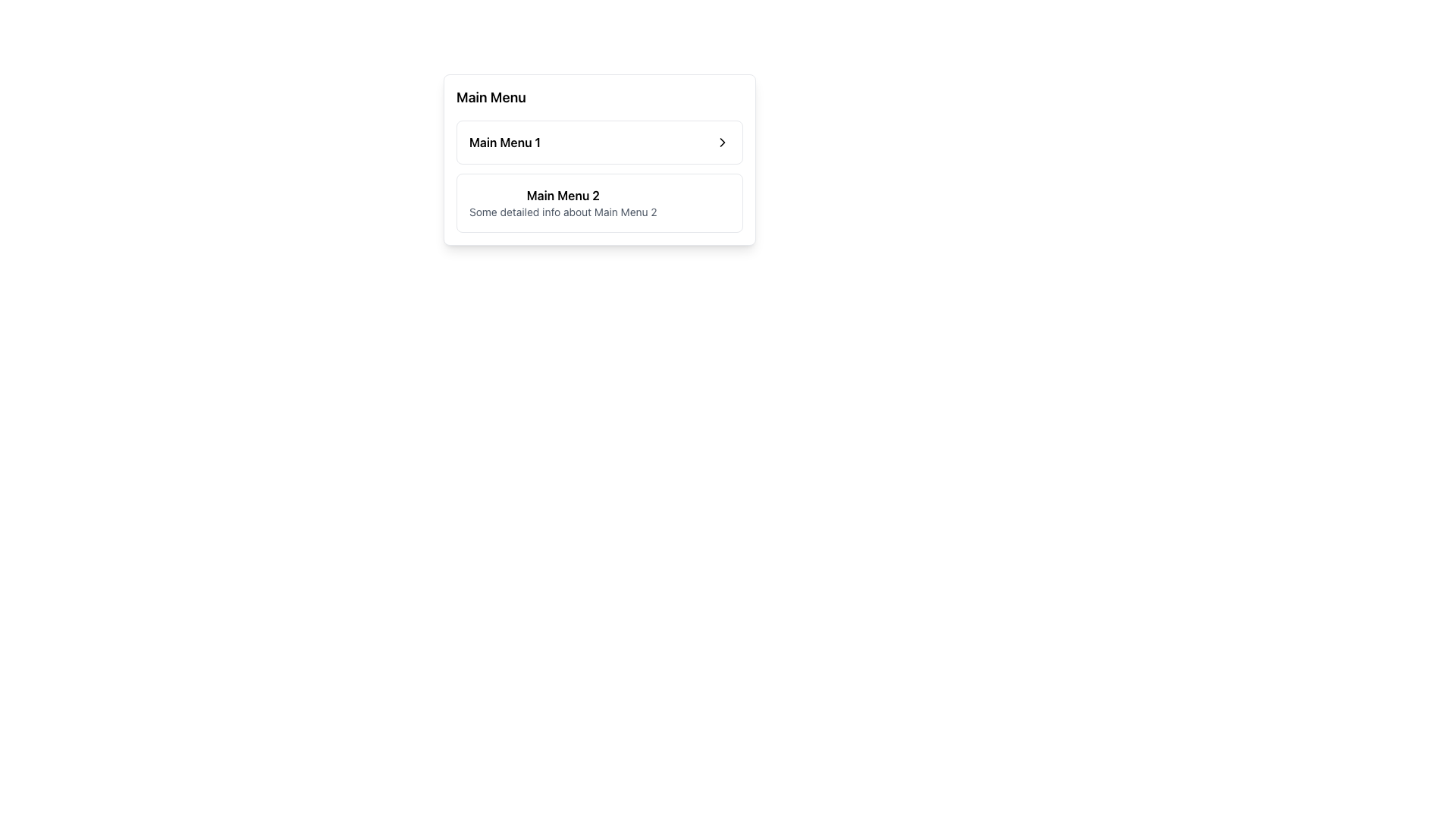 The height and width of the screenshot is (819, 1456). Describe the element at coordinates (562, 195) in the screenshot. I see `the text label displaying 'Main Menu 2', which is a bold, larger font title located in the second menu item under 'Main Menu'` at that location.